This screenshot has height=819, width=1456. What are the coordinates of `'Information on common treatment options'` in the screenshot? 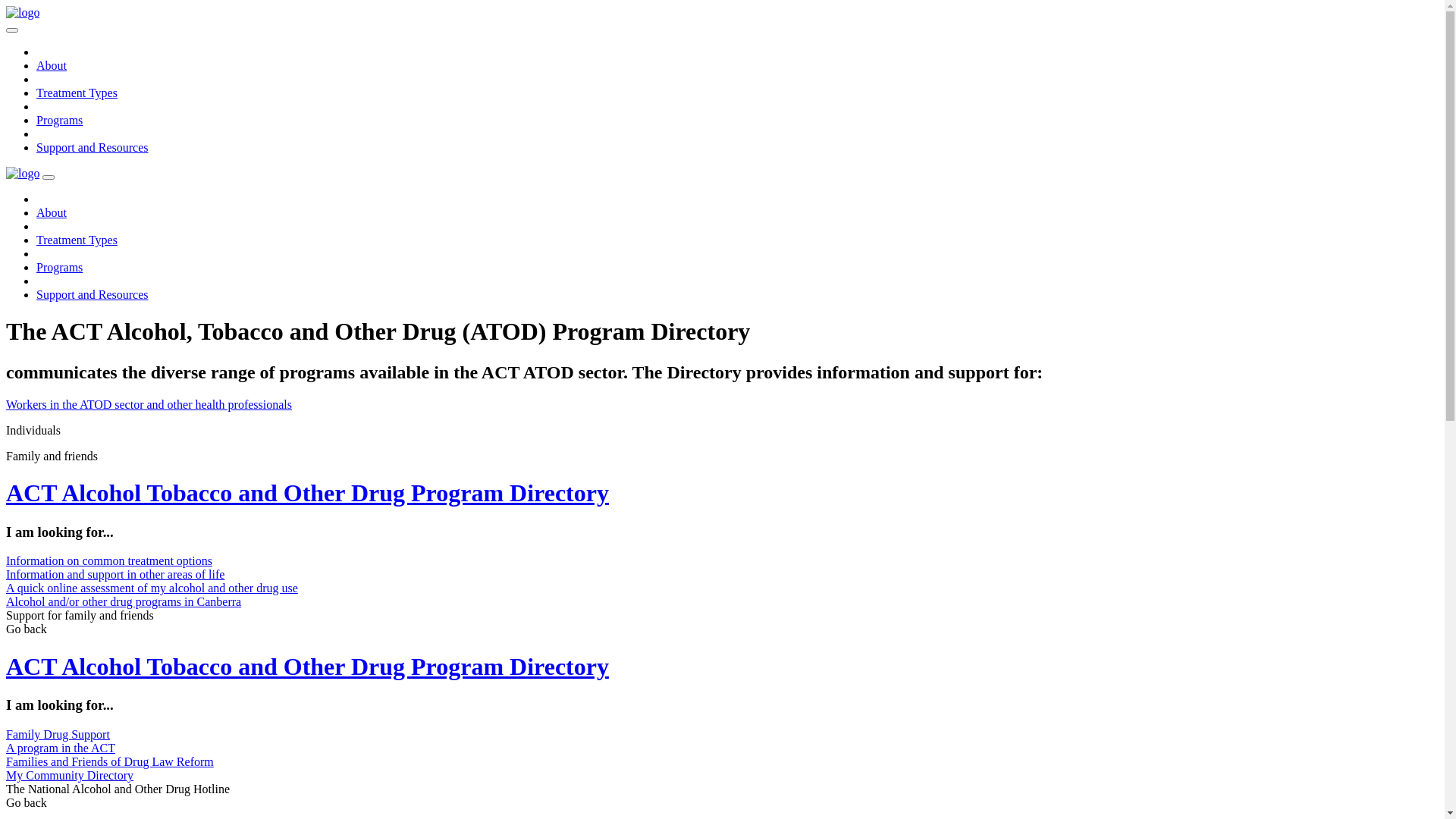 It's located at (6, 560).